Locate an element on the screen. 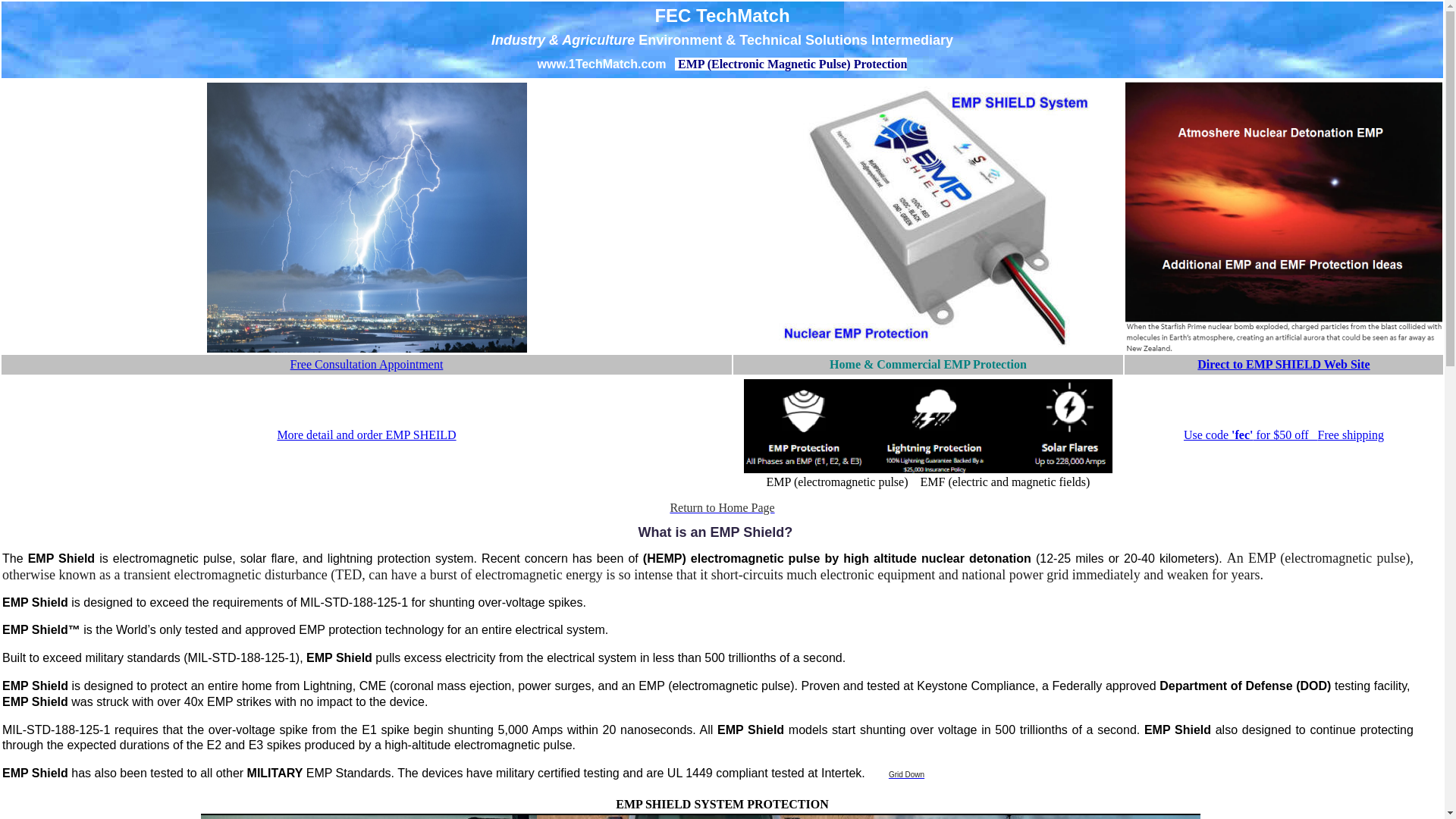 The height and width of the screenshot is (819, 1456). 'What is an EMP Shield?' is located at coordinates (715, 532).